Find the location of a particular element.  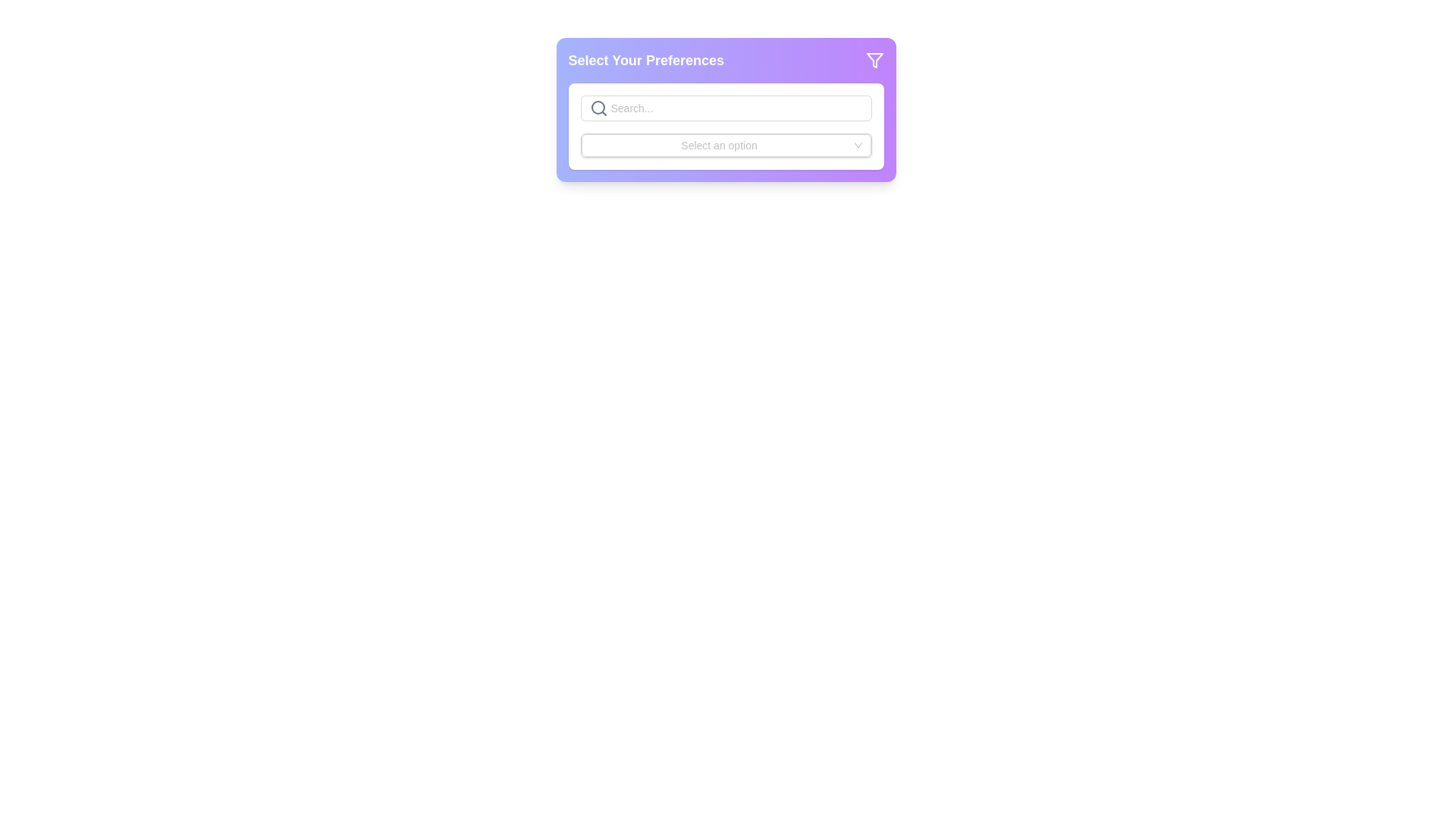

the dropdown menu with placeholder text 'Select an option', which is the second input field below the search bar is located at coordinates (725, 146).